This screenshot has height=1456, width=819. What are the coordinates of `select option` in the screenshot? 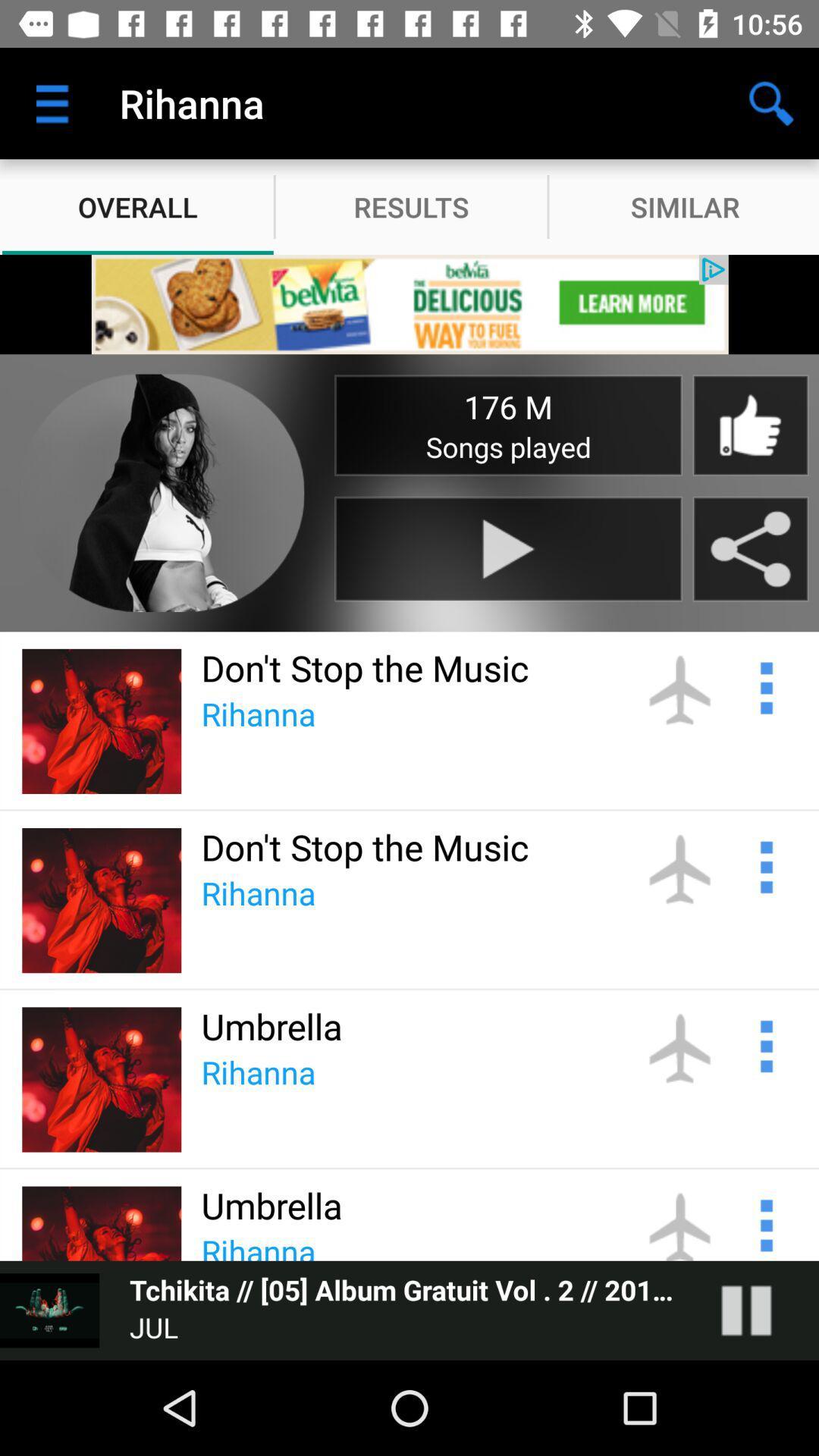 It's located at (764, 1223).